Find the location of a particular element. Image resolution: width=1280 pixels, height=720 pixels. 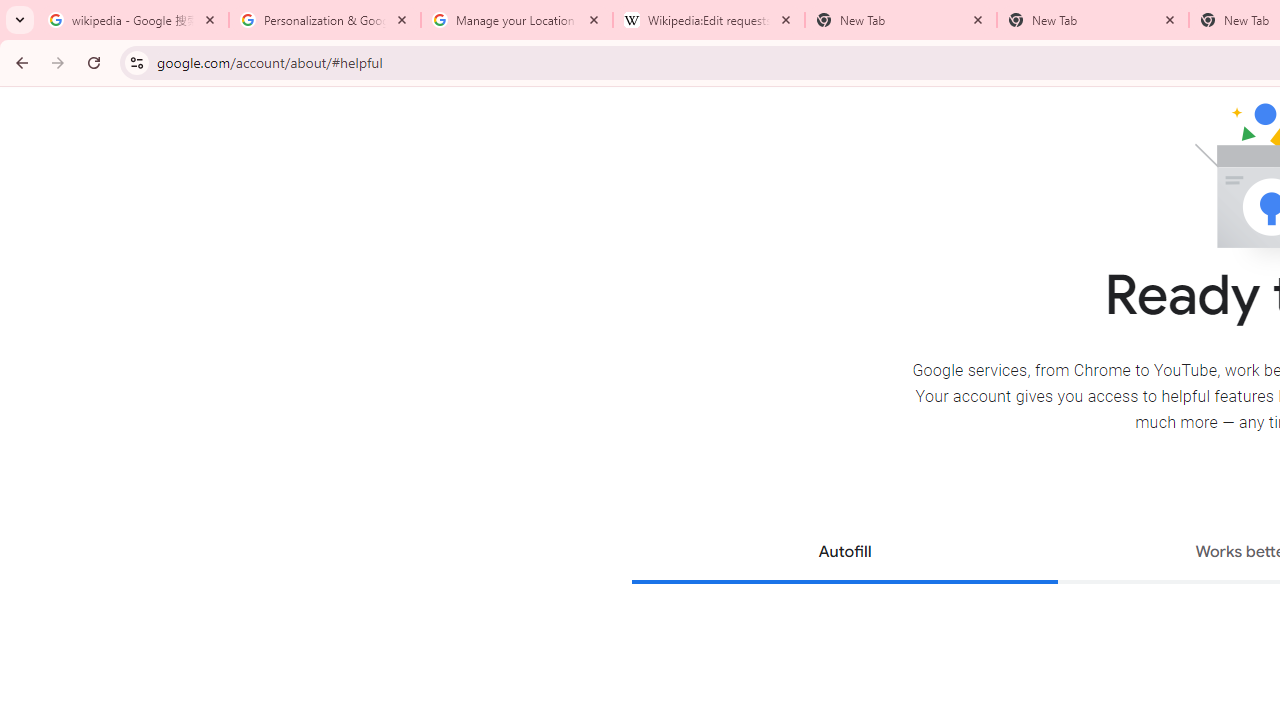

'Manage your Location History - Google Search Help' is located at coordinates (517, 20).